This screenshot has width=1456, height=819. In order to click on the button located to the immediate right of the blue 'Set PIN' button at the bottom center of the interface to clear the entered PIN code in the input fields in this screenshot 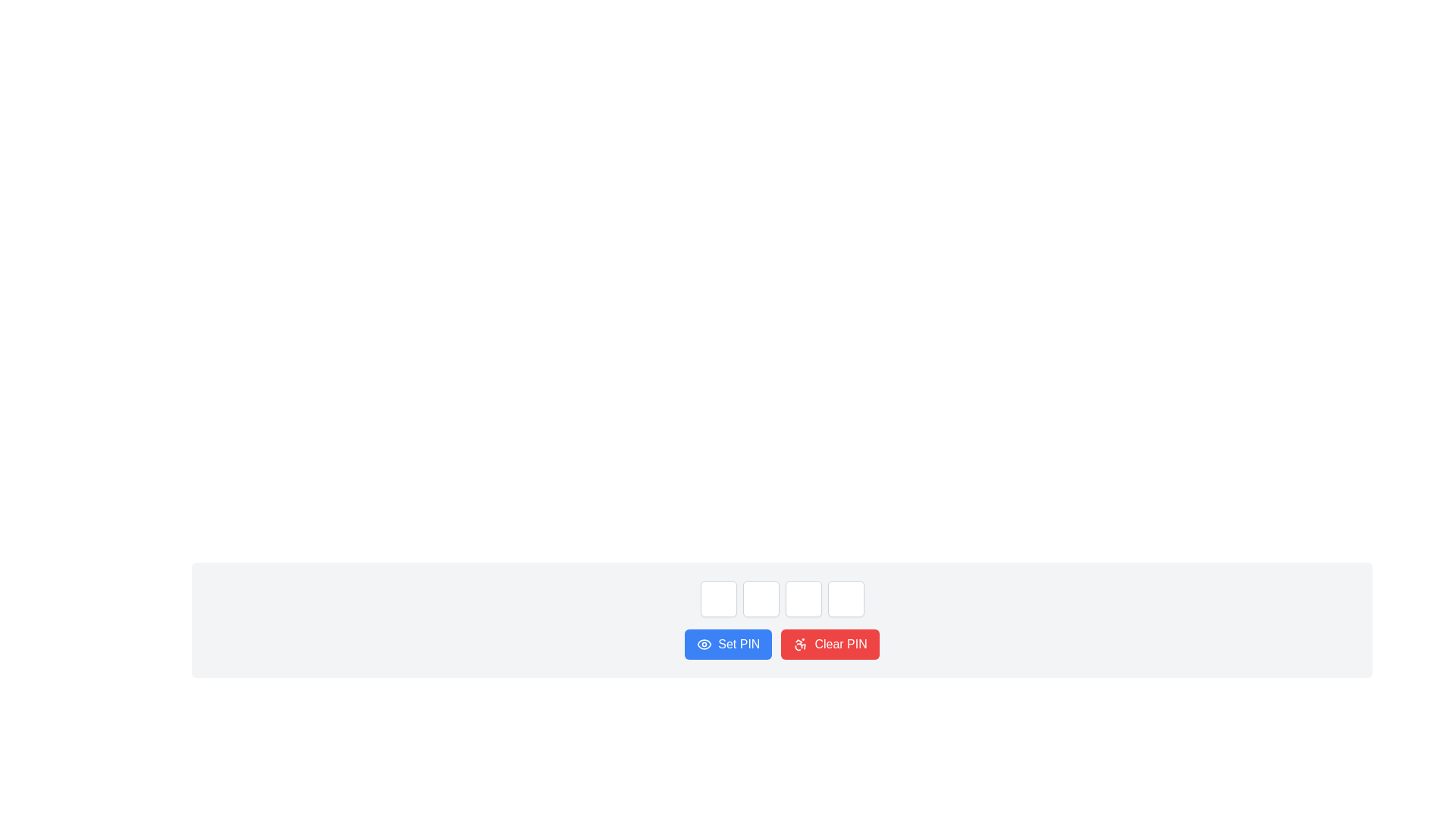, I will do `click(829, 644)`.